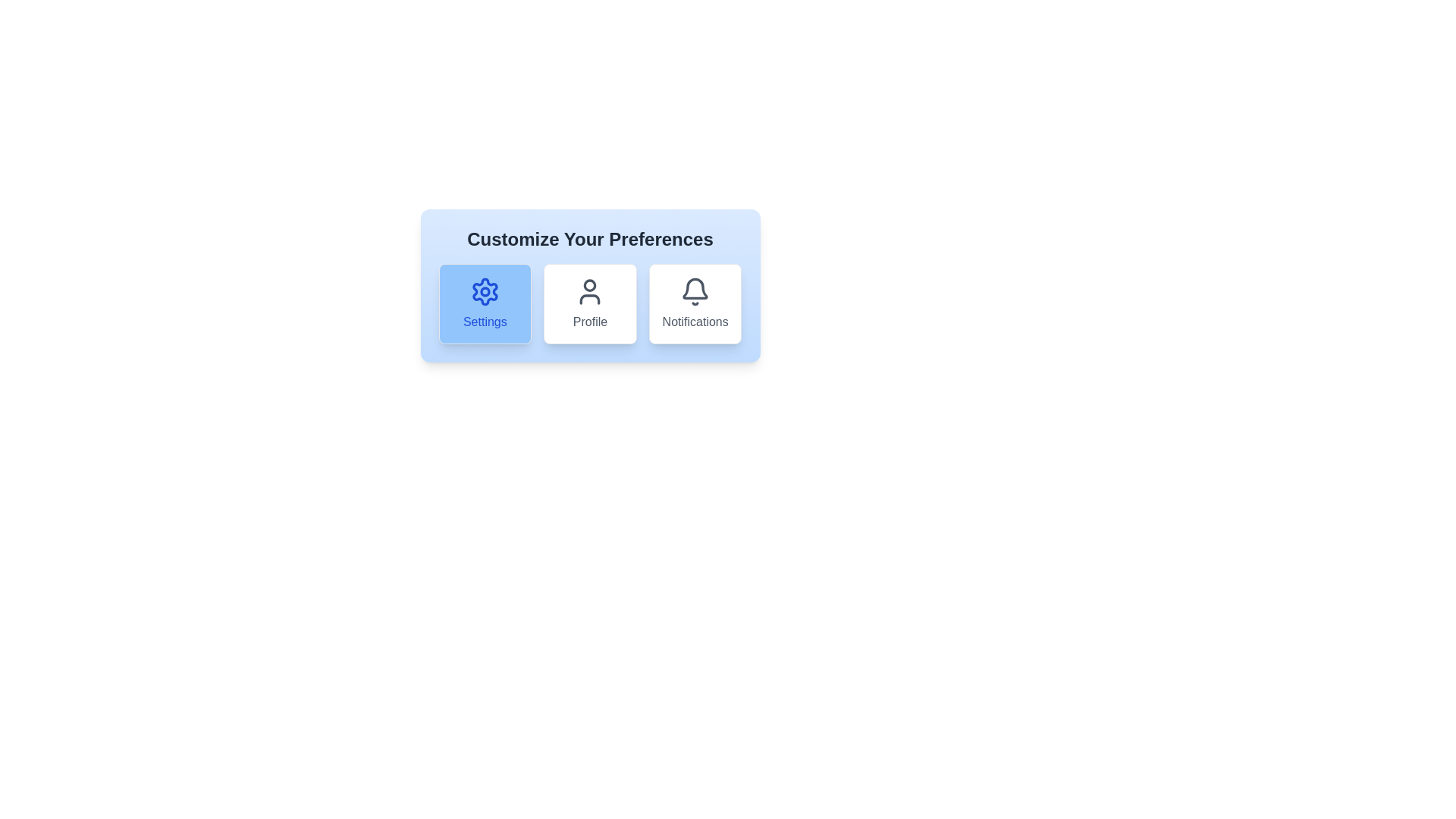 This screenshot has height=819, width=1456. Describe the element at coordinates (589, 285) in the screenshot. I see `the user's profile picture placeholder, which is represented as a circle in the middle card below the title 'Customize Your Preferences'` at that location.